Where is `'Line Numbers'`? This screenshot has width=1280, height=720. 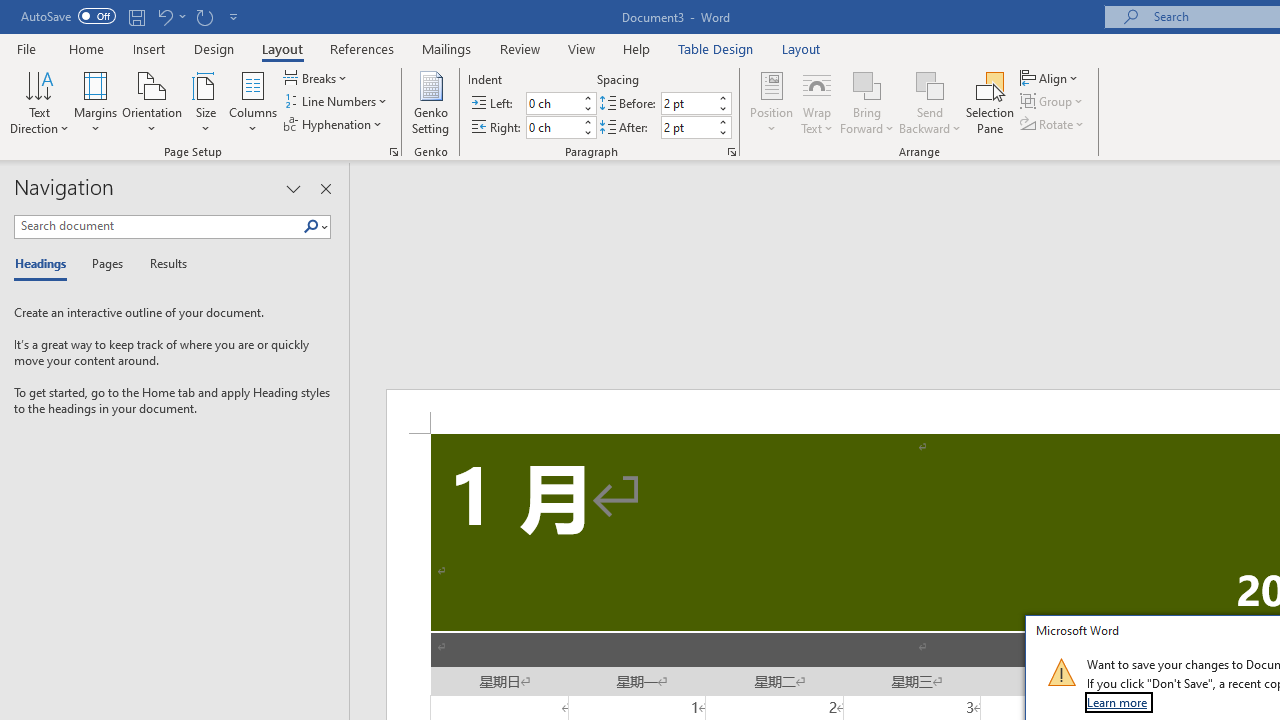
'Line Numbers' is located at coordinates (337, 101).